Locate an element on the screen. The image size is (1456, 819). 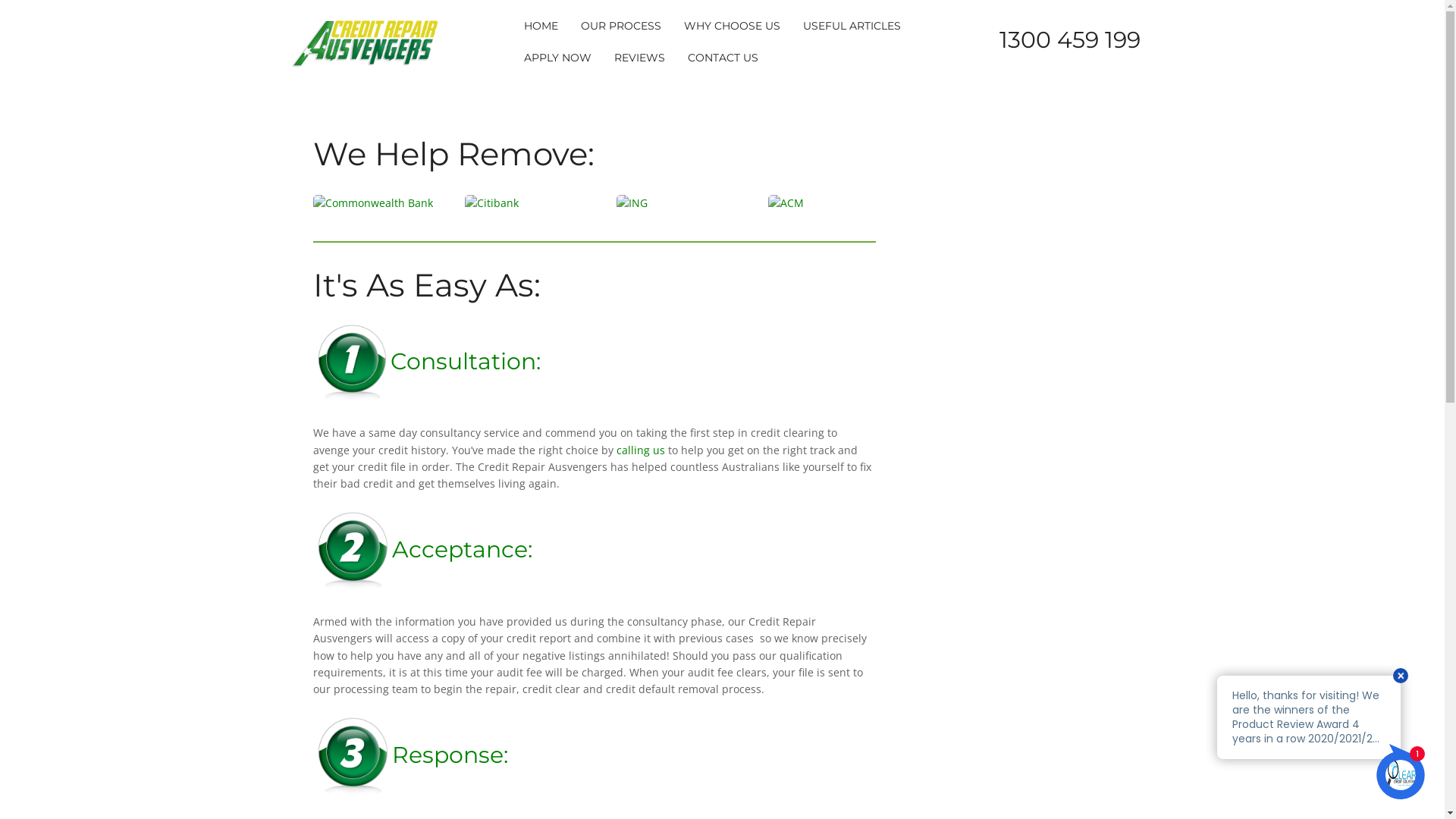
'USEFUL ARTICLES' is located at coordinates (852, 26).